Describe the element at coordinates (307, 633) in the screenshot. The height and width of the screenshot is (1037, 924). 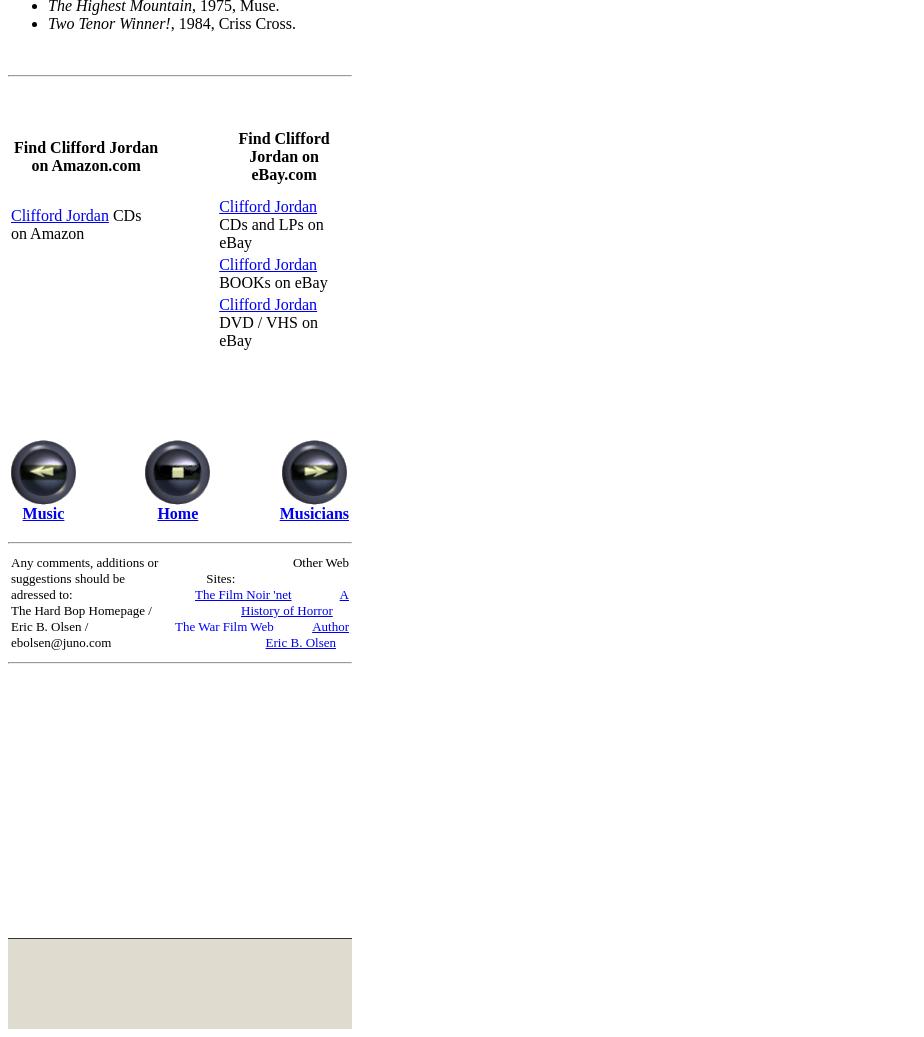
I see `'Author Eric B. Olsen'` at that location.